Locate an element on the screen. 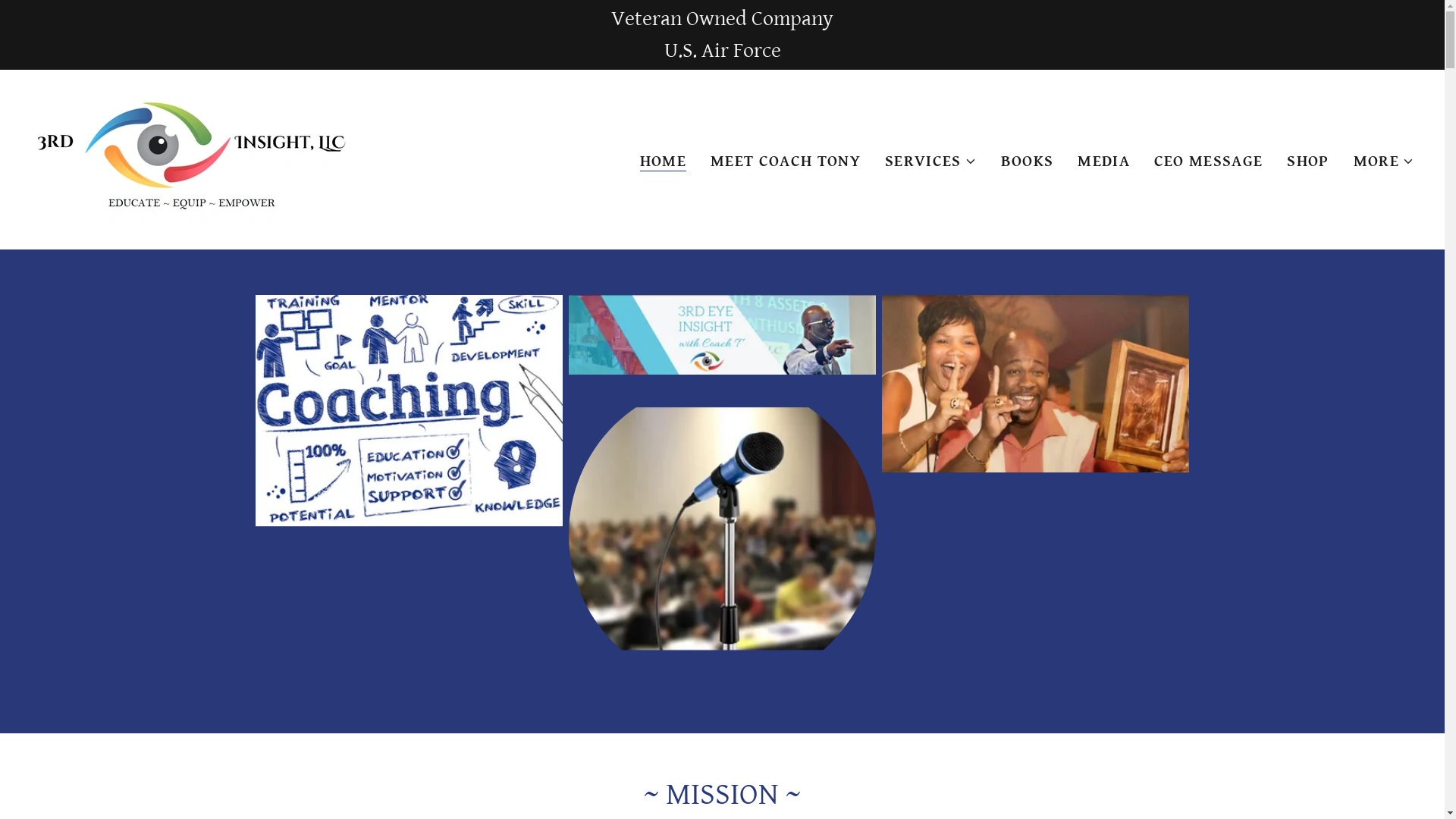 Image resolution: width=1456 pixels, height=819 pixels. 'SERVICES' is located at coordinates (884, 161).